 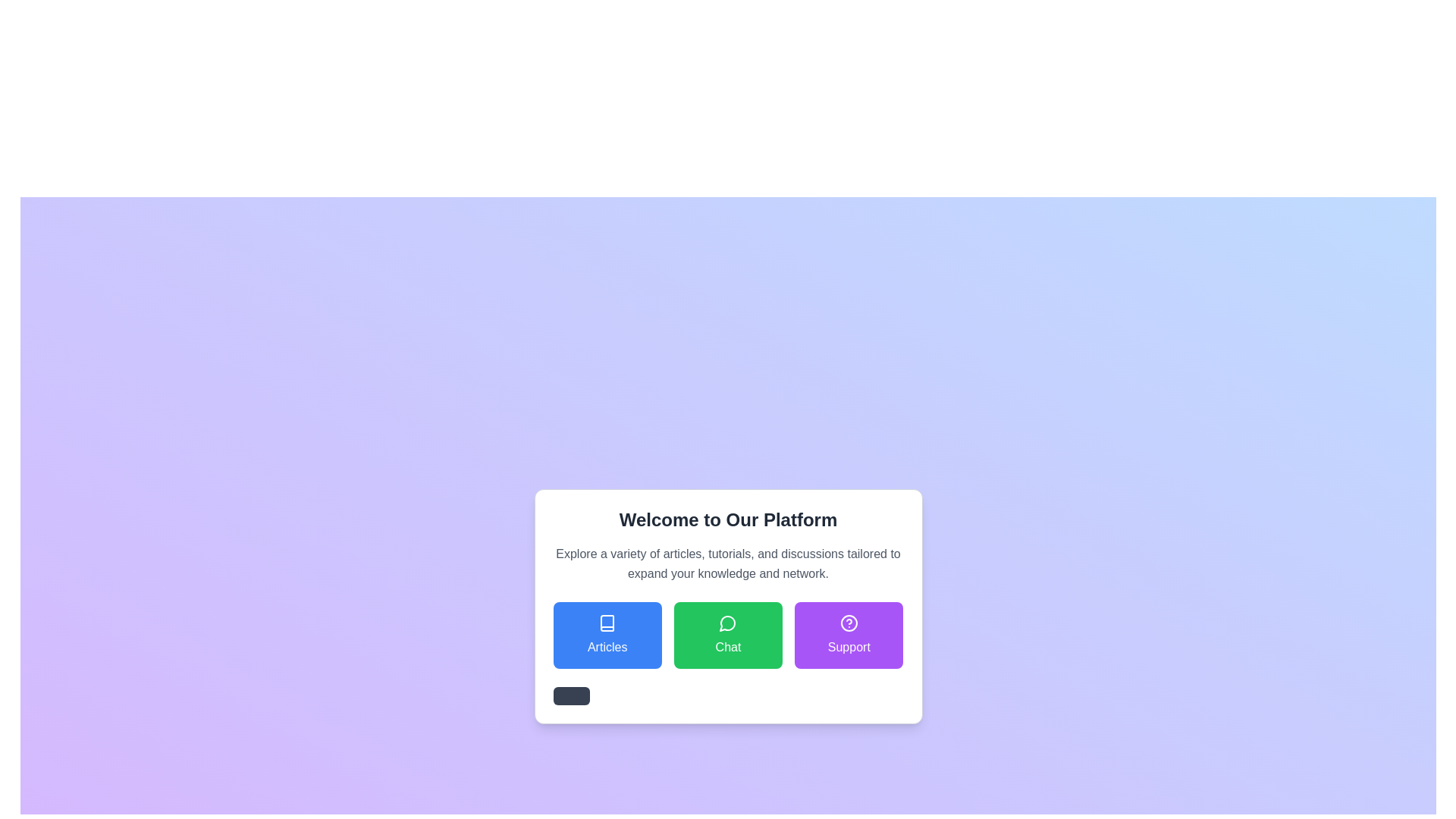 What do you see at coordinates (607, 647) in the screenshot?
I see `the text label that indicates the purpose of the blue button labeled 'Articles', which is located at the lower section of the blue button` at bounding box center [607, 647].